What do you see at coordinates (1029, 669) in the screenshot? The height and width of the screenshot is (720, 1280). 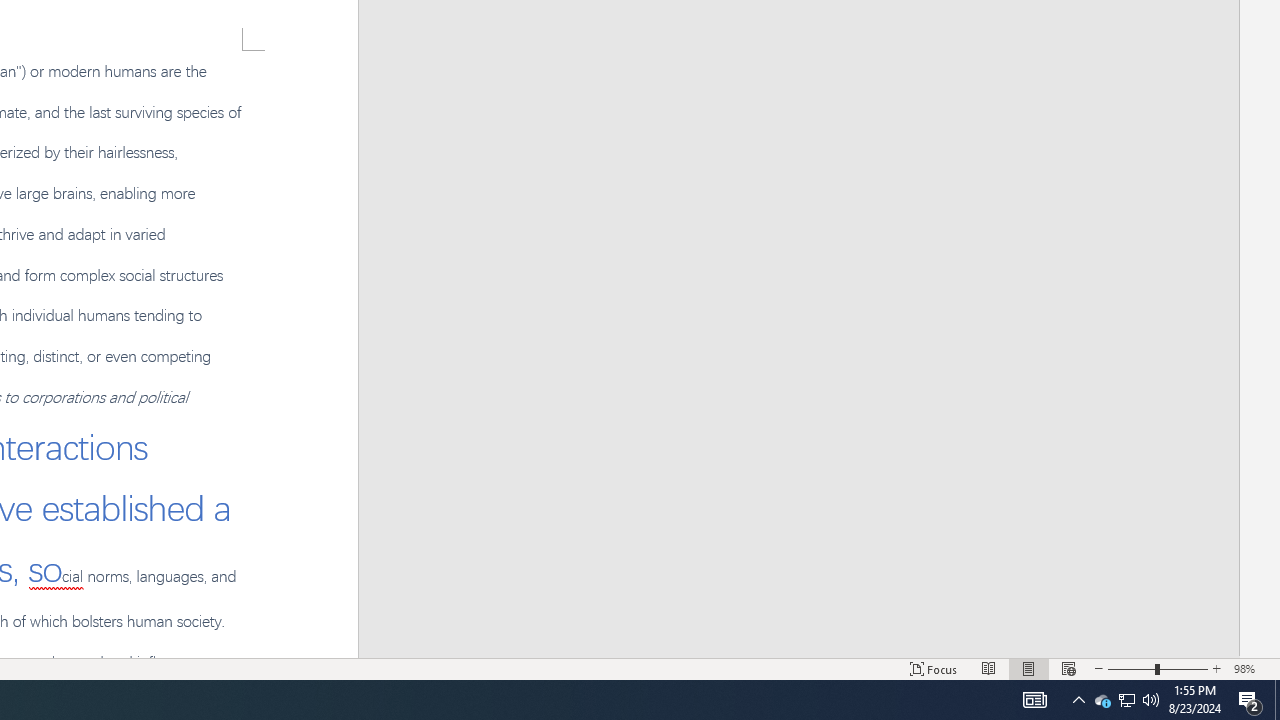 I see `'Print Layout'` at bounding box center [1029, 669].